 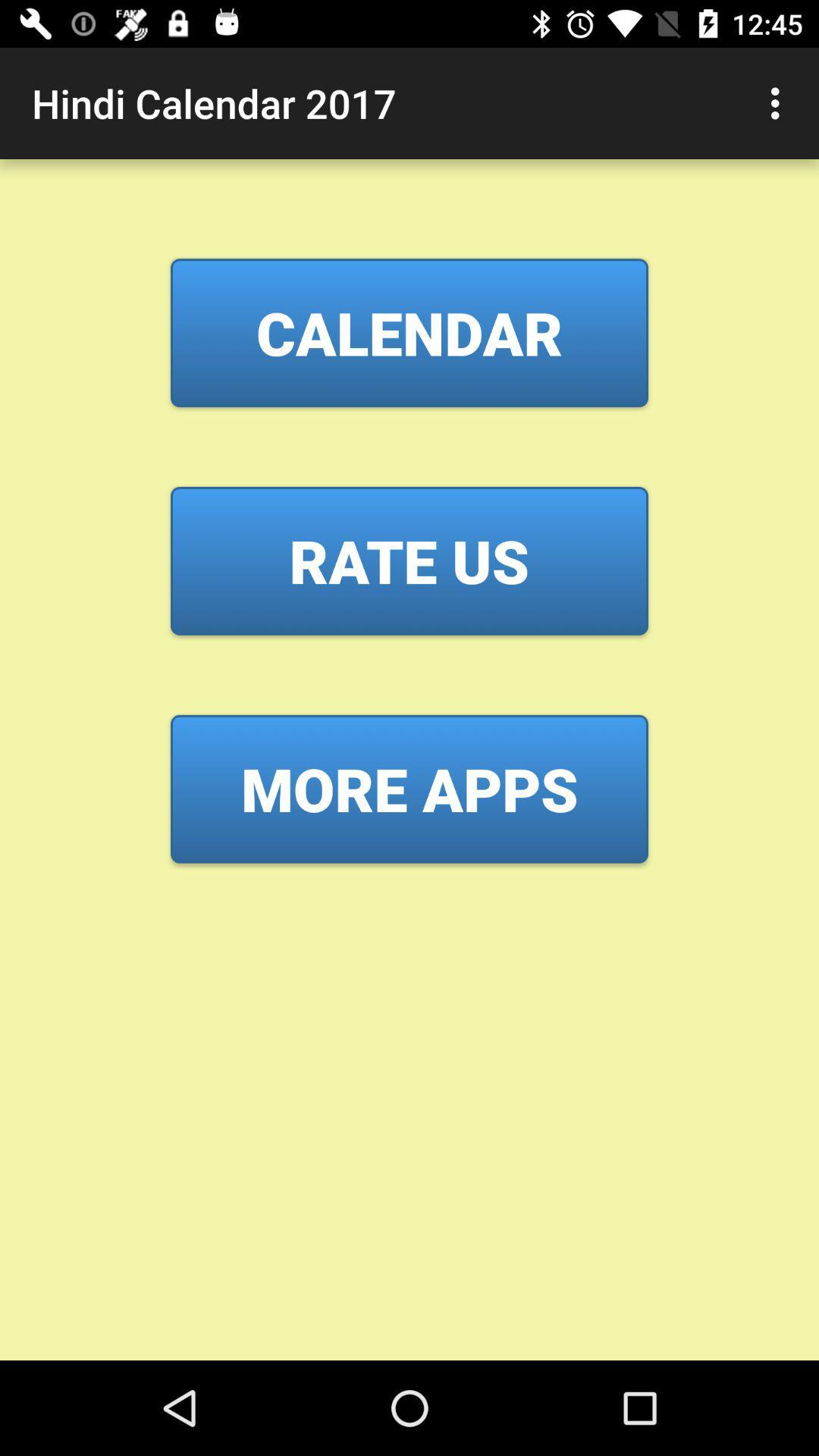 What do you see at coordinates (409, 789) in the screenshot?
I see `item below rate us item` at bounding box center [409, 789].